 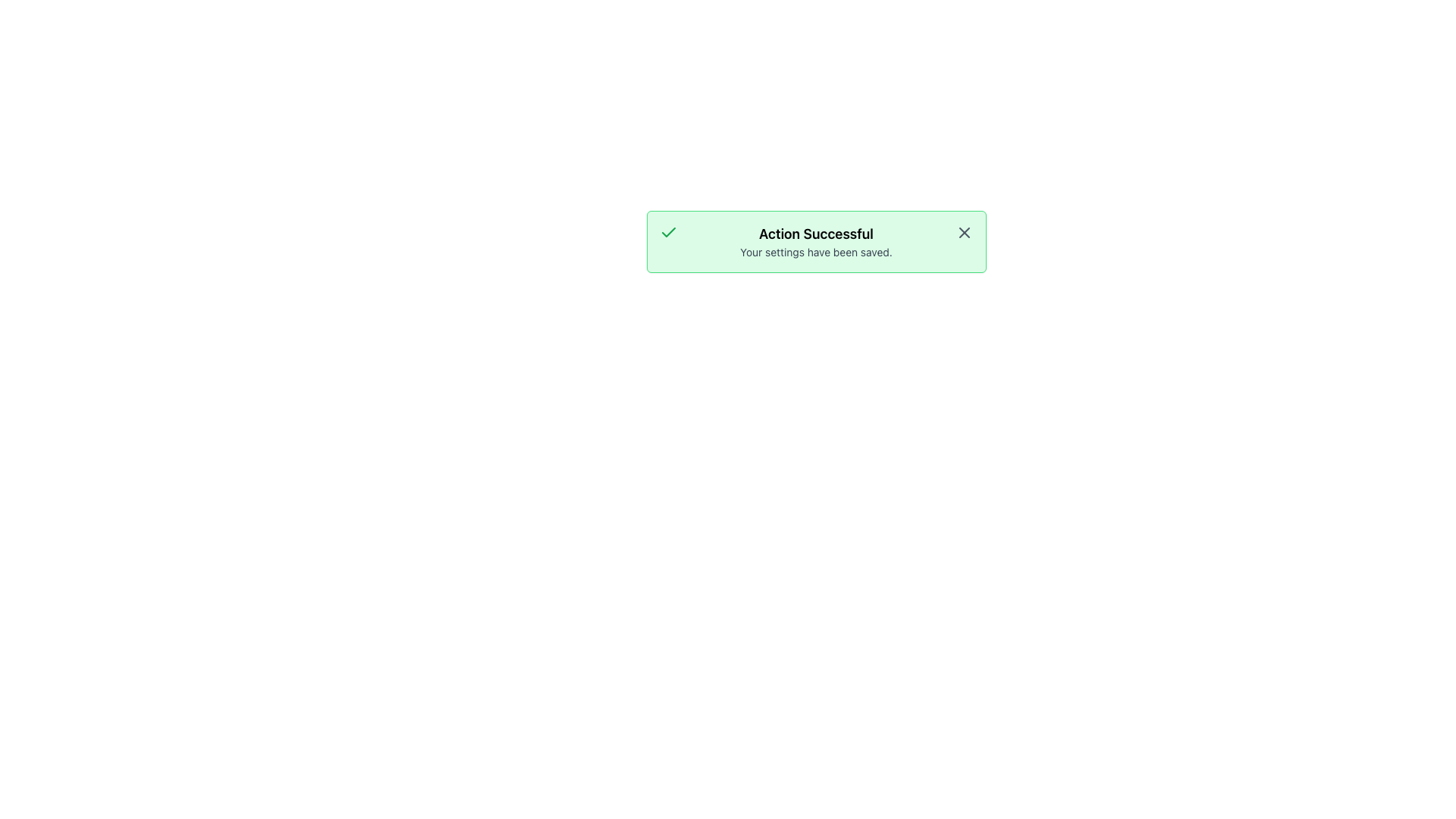 I want to click on the red 'X' close icon located in the top-right corner of the success notification box that displays 'Action Successful' and the message 'Your settings have been saved.', so click(x=963, y=233).